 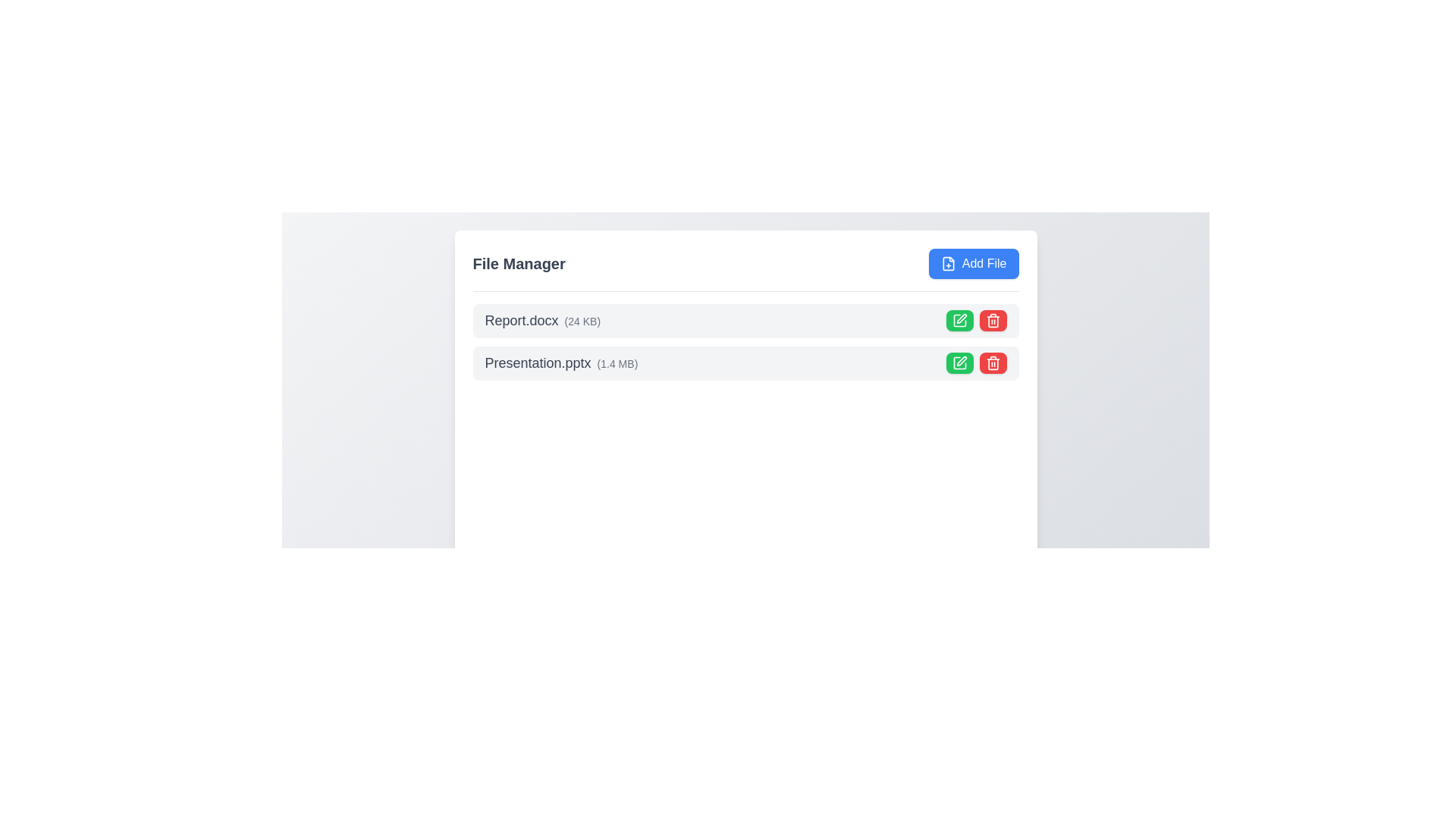 What do you see at coordinates (959, 362) in the screenshot?
I see `the green pen icon button associated with the 'Presentation.pptx' file to initiate editing` at bounding box center [959, 362].